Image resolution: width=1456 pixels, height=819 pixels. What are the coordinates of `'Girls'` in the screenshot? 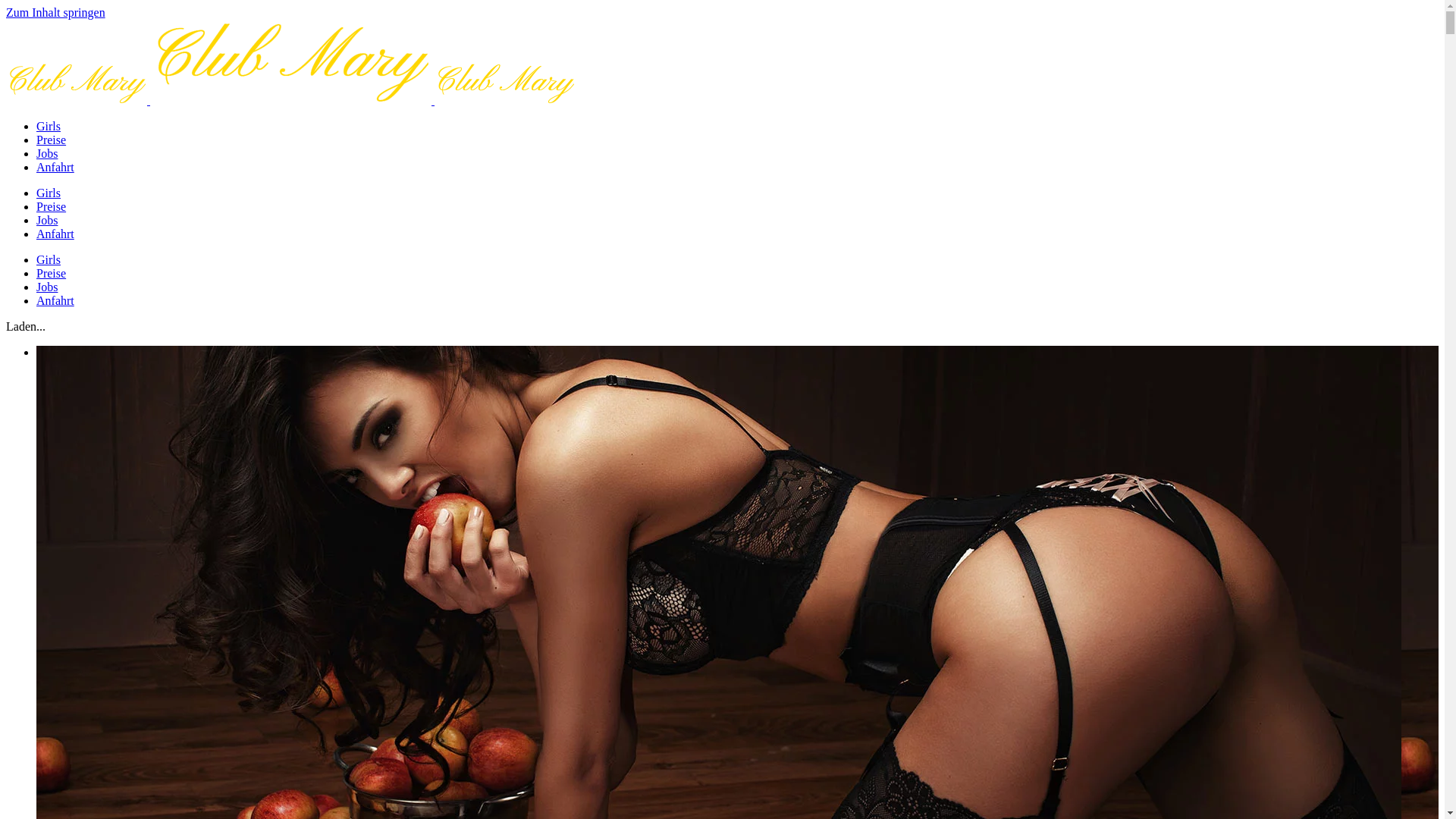 It's located at (48, 259).